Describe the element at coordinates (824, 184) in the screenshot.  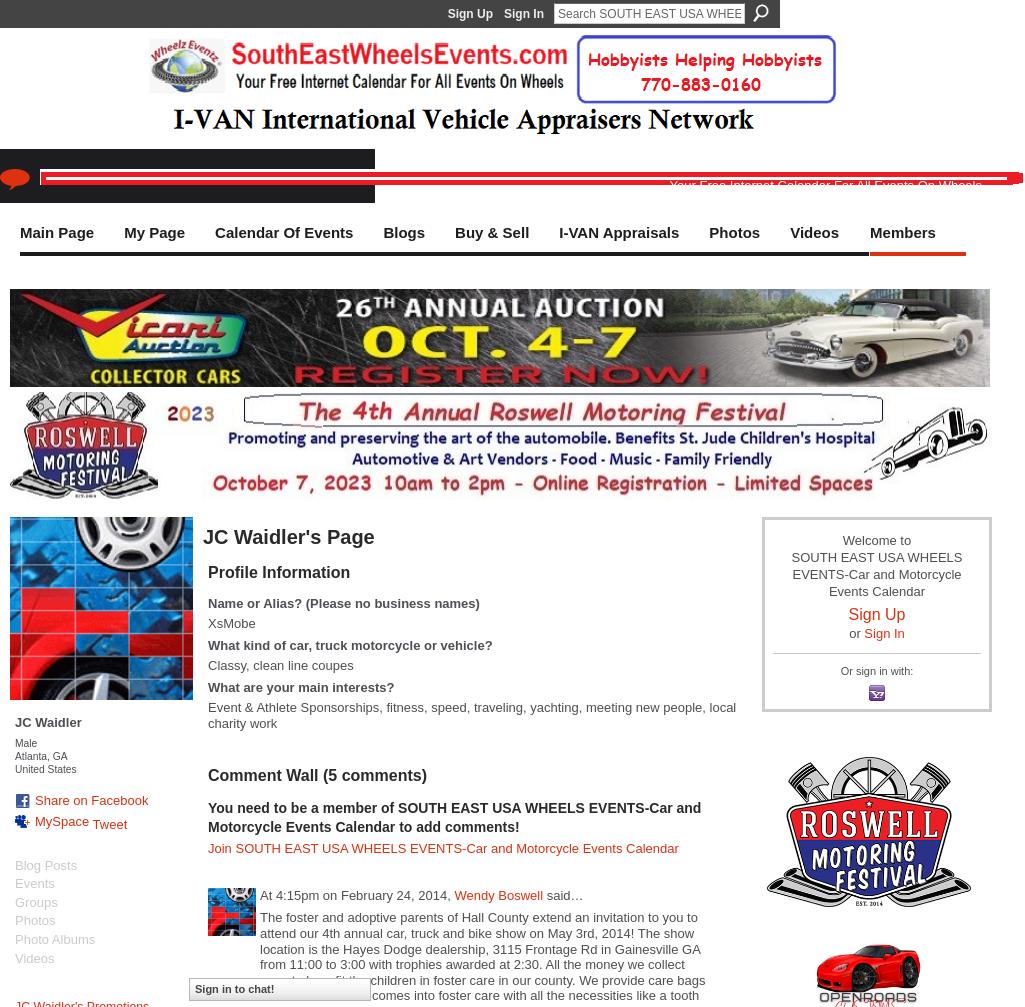
I see `'Your Free Internet Calendar For All Events On Wheels'` at that location.